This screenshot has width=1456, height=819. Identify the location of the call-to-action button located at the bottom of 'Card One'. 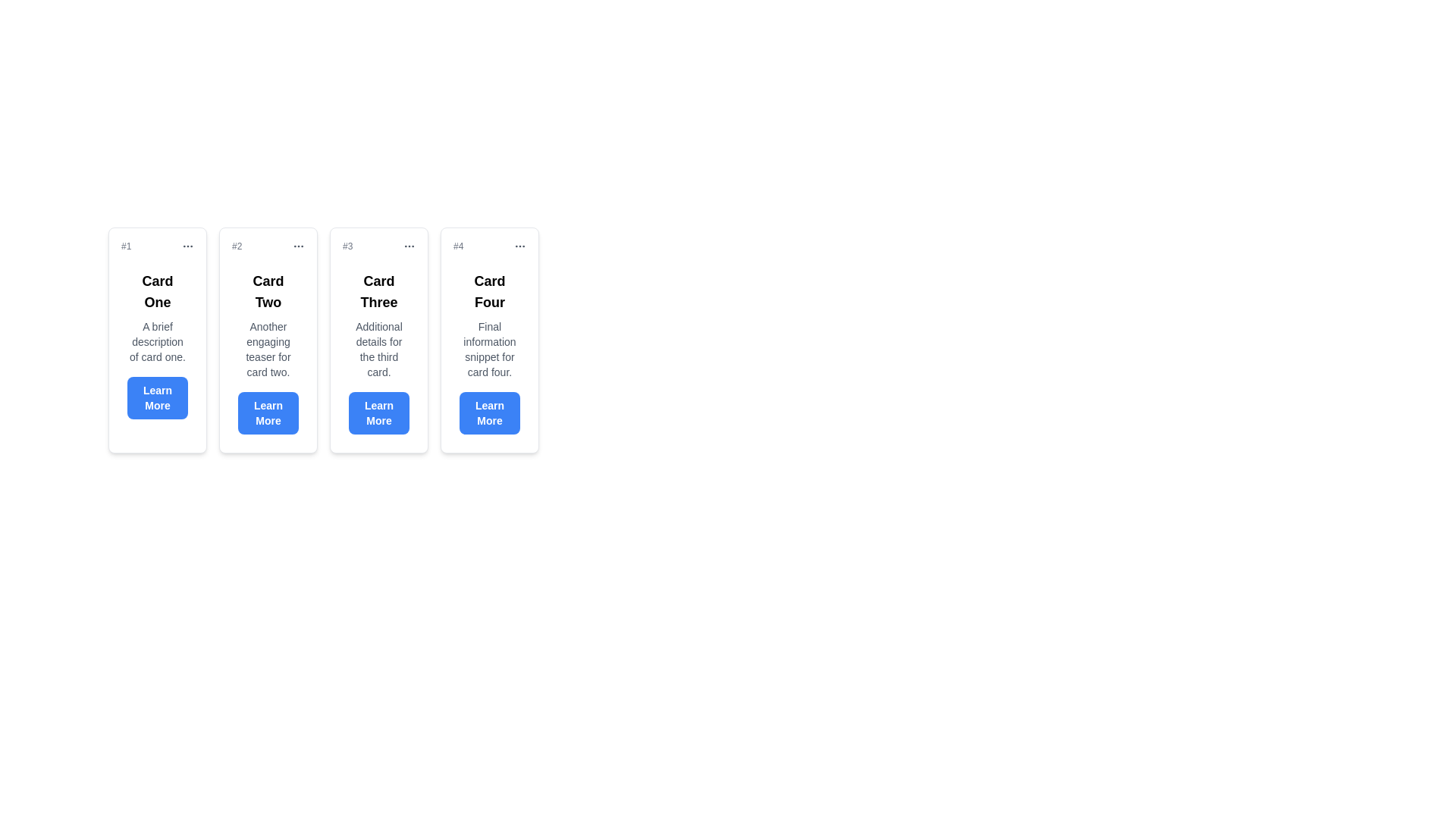
(157, 397).